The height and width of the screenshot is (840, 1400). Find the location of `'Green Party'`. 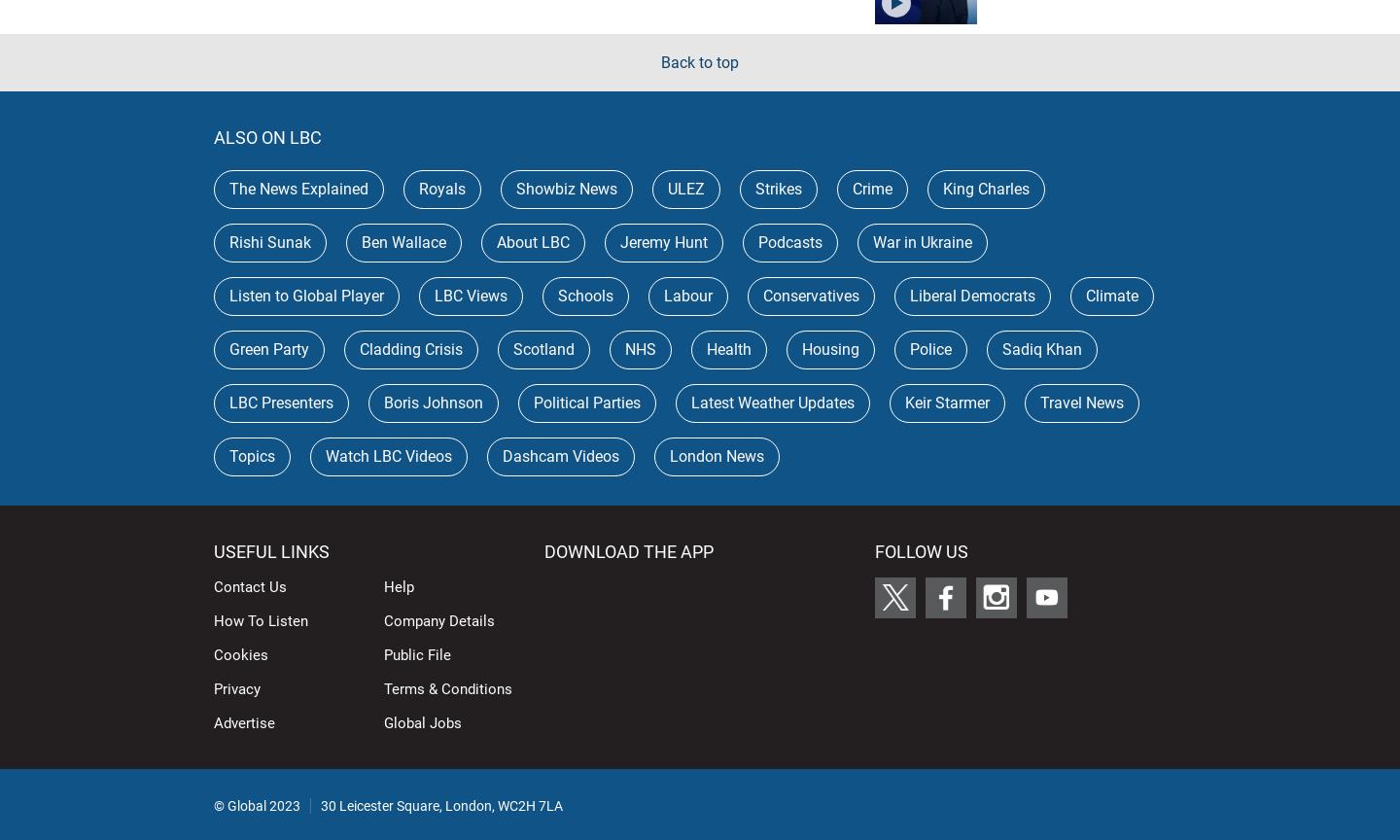

'Green Party' is located at coordinates (229, 347).